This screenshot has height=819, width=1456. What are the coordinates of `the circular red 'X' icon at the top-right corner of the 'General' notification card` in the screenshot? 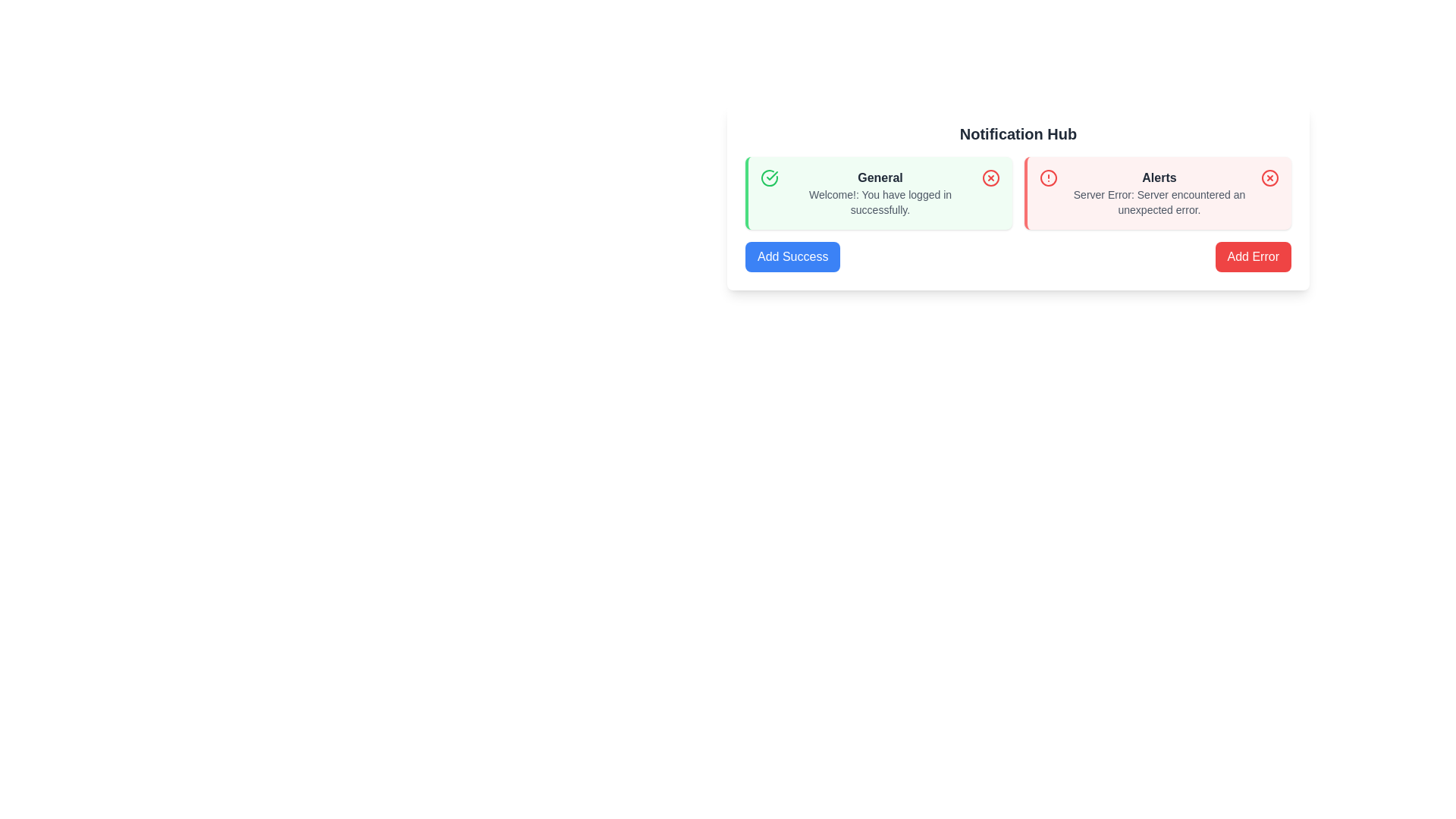 It's located at (990, 177).